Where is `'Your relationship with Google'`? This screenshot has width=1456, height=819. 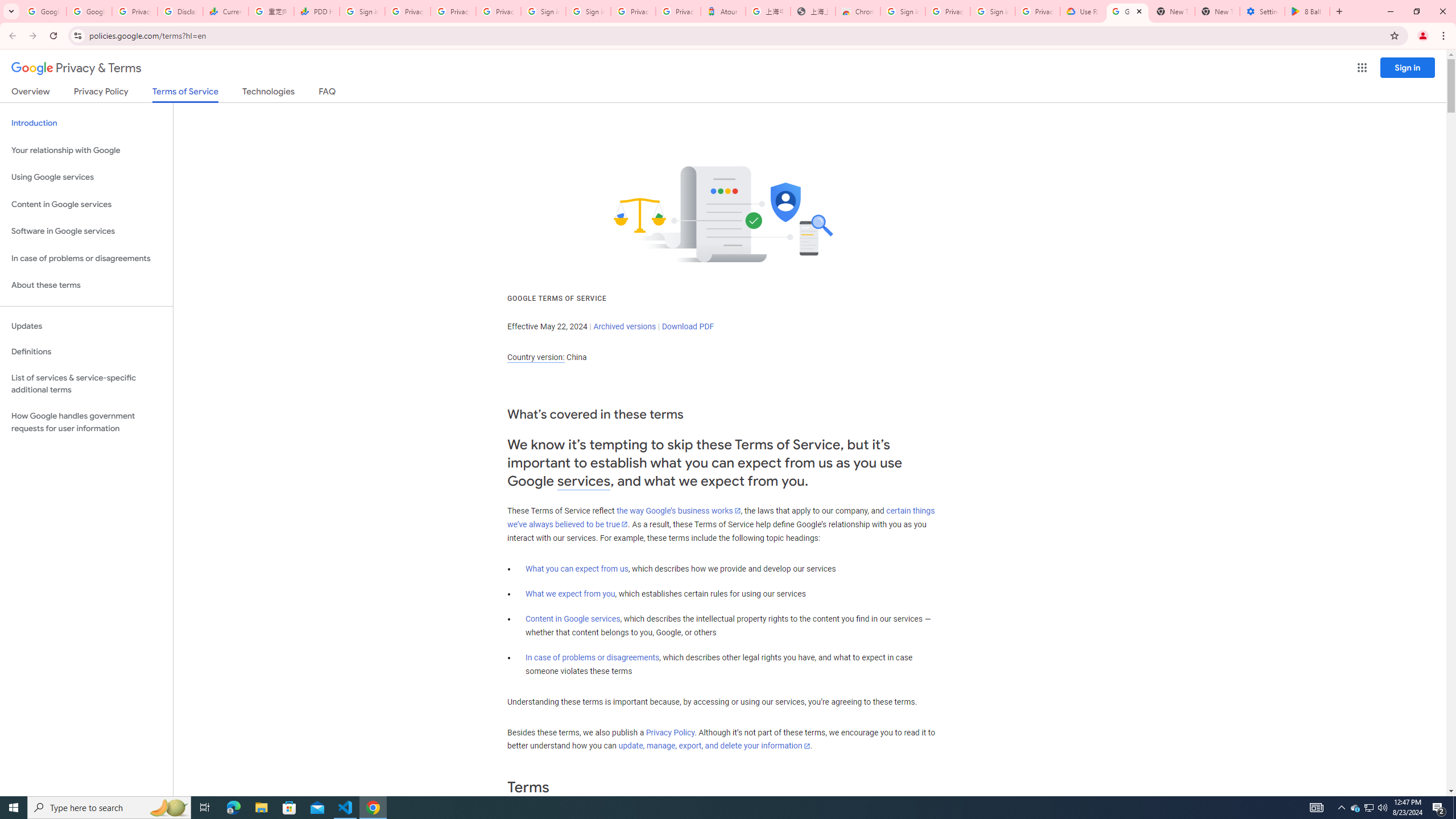 'Your relationship with Google' is located at coordinates (86, 150).